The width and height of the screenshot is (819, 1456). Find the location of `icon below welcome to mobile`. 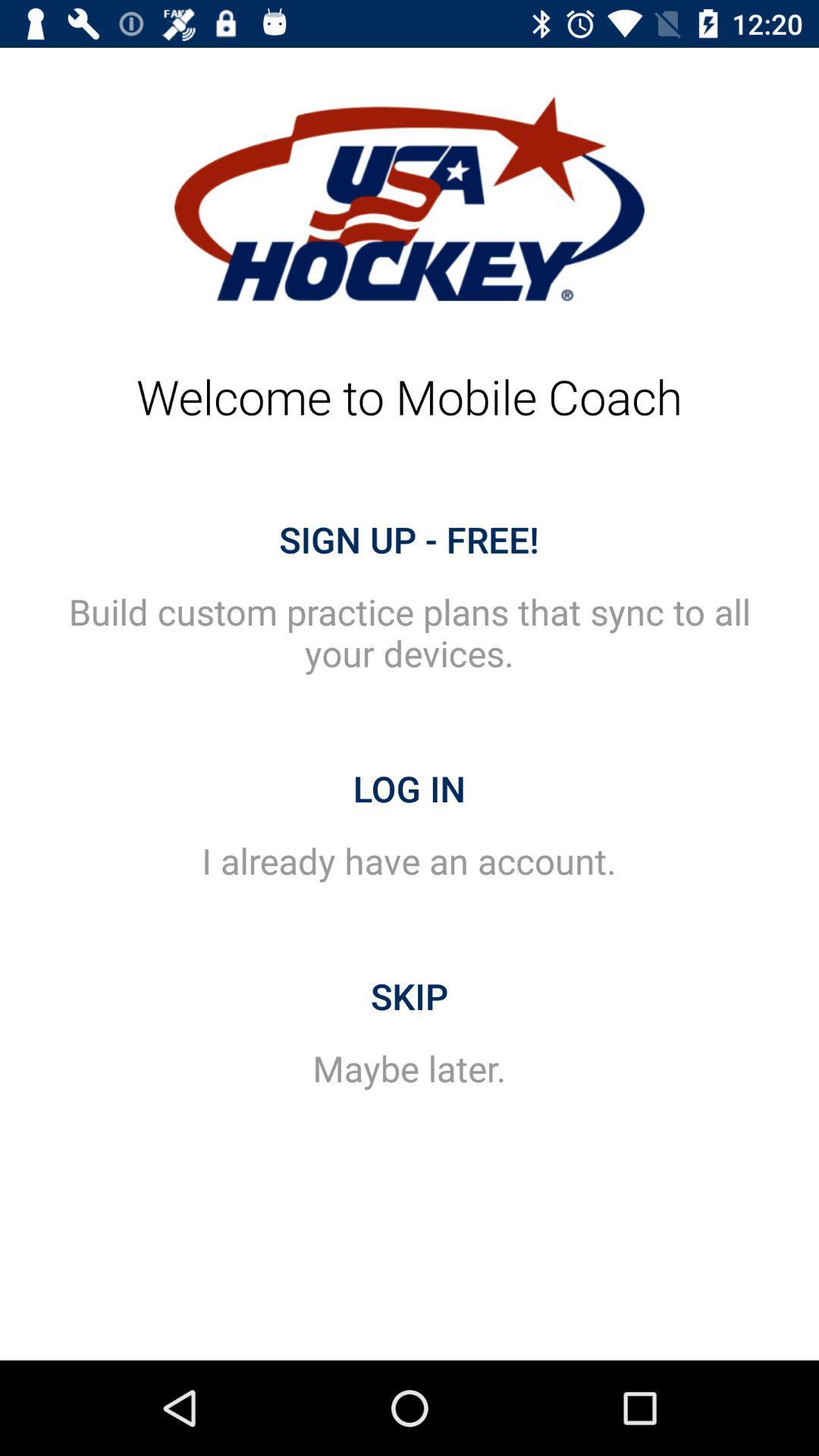

icon below welcome to mobile is located at coordinates (408, 539).